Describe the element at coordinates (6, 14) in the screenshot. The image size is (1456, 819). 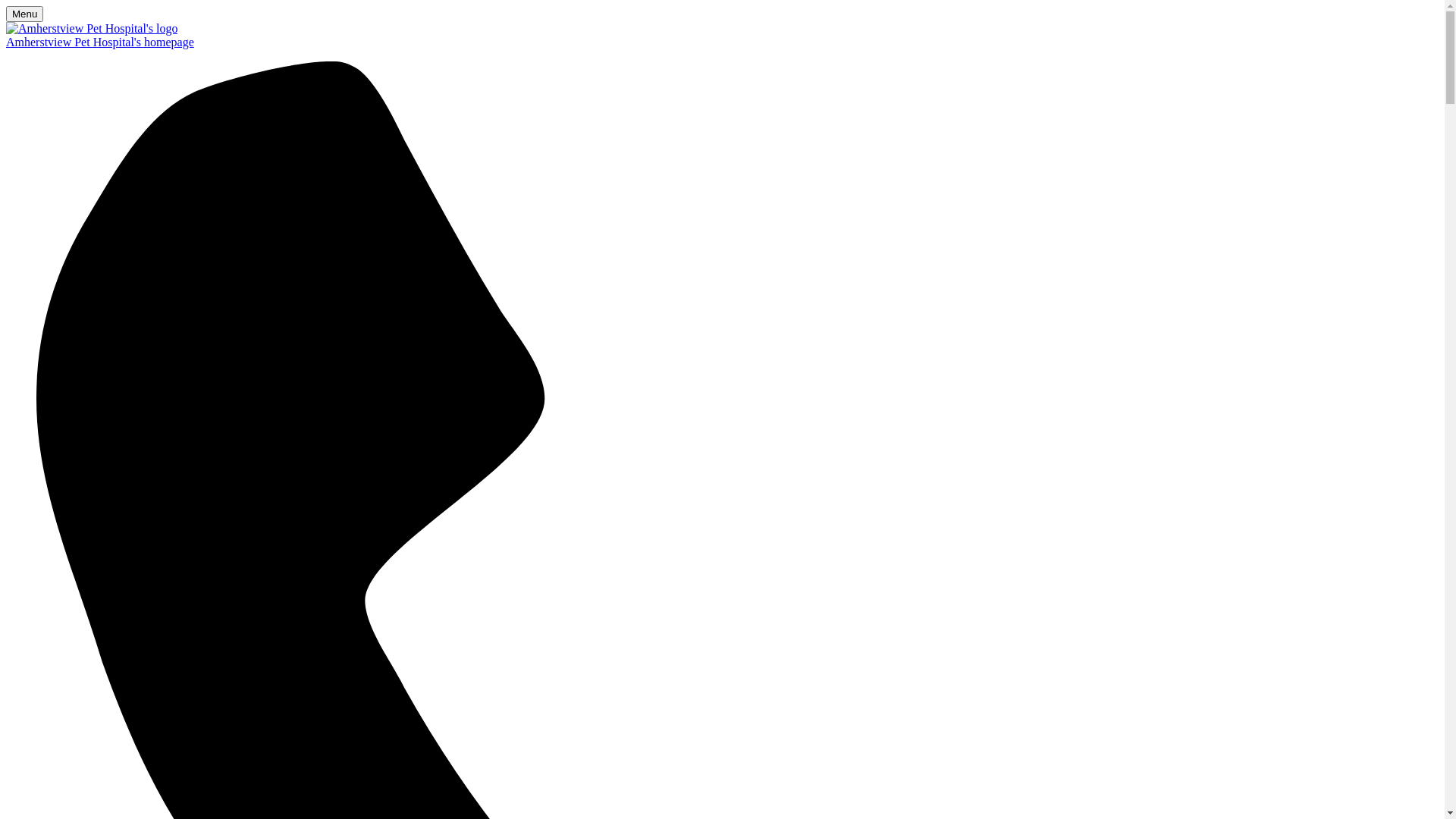
I see `'Menu'` at that location.